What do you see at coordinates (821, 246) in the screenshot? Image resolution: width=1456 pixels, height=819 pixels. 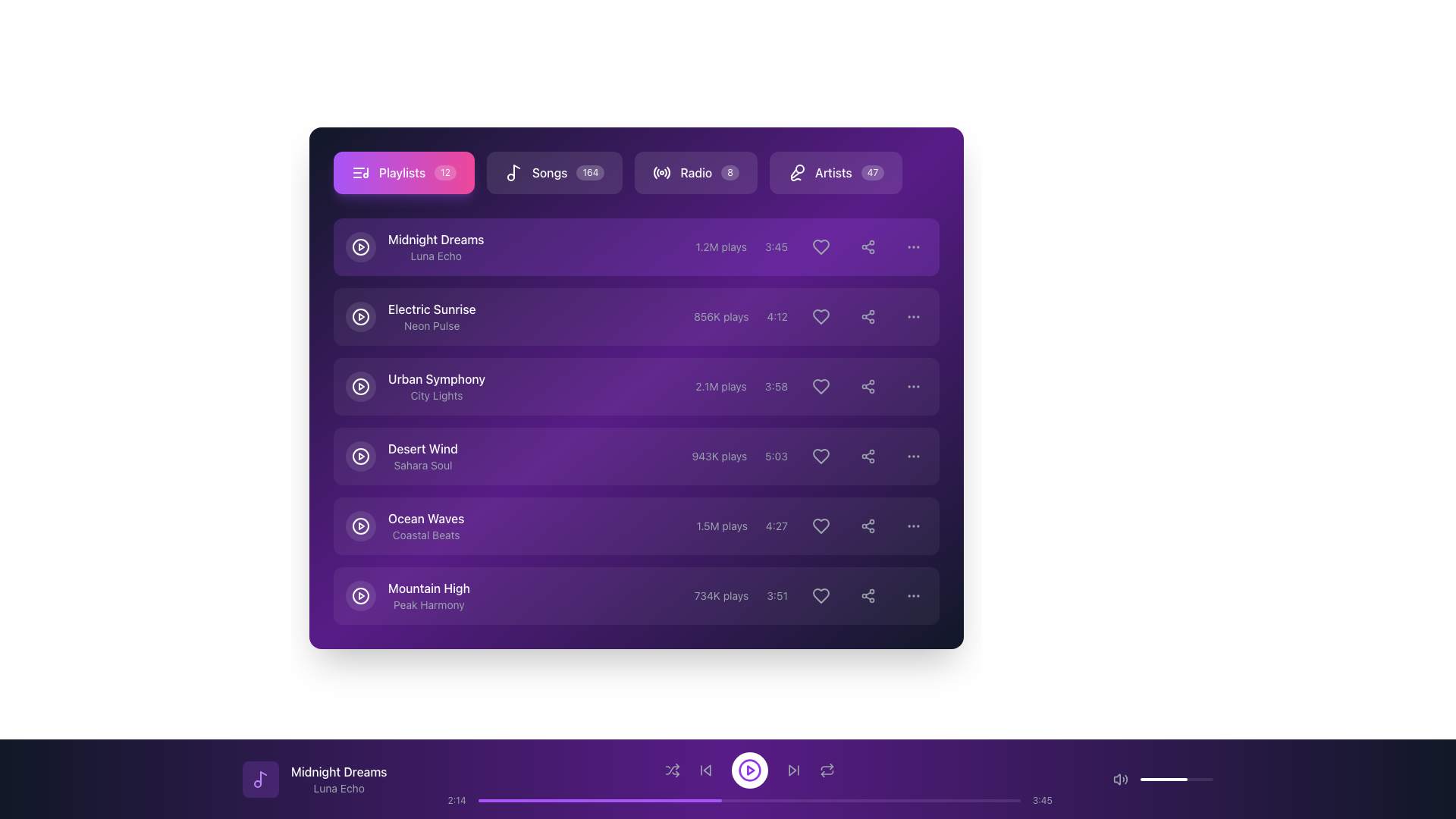 I see `the heart-shaped interactive icon located in the far-right section of the first row of the playlist items to possibly see a tooltip` at bounding box center [821, 246].